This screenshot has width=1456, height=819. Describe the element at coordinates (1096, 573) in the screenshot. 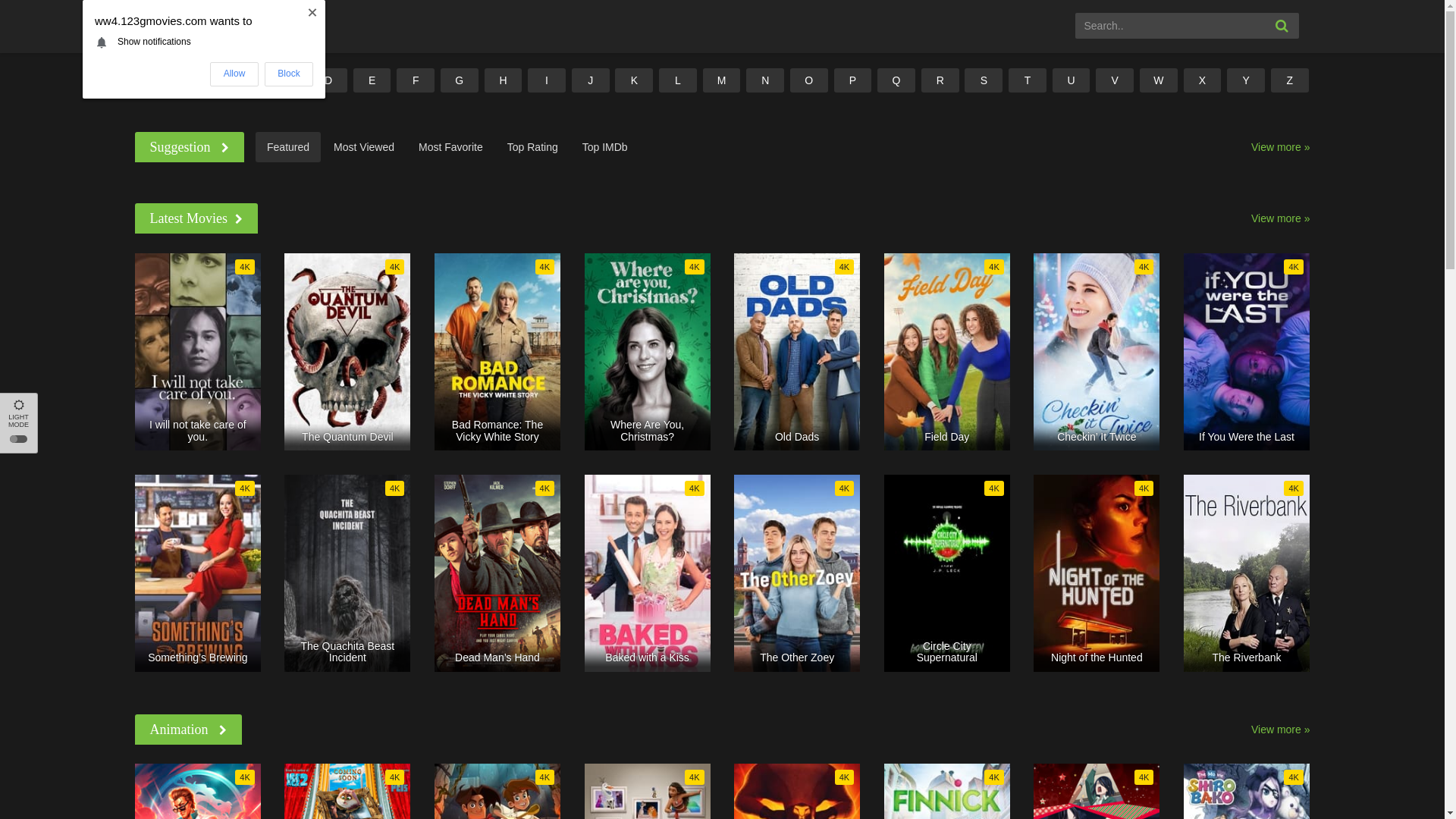

I see `'4K` at that location.